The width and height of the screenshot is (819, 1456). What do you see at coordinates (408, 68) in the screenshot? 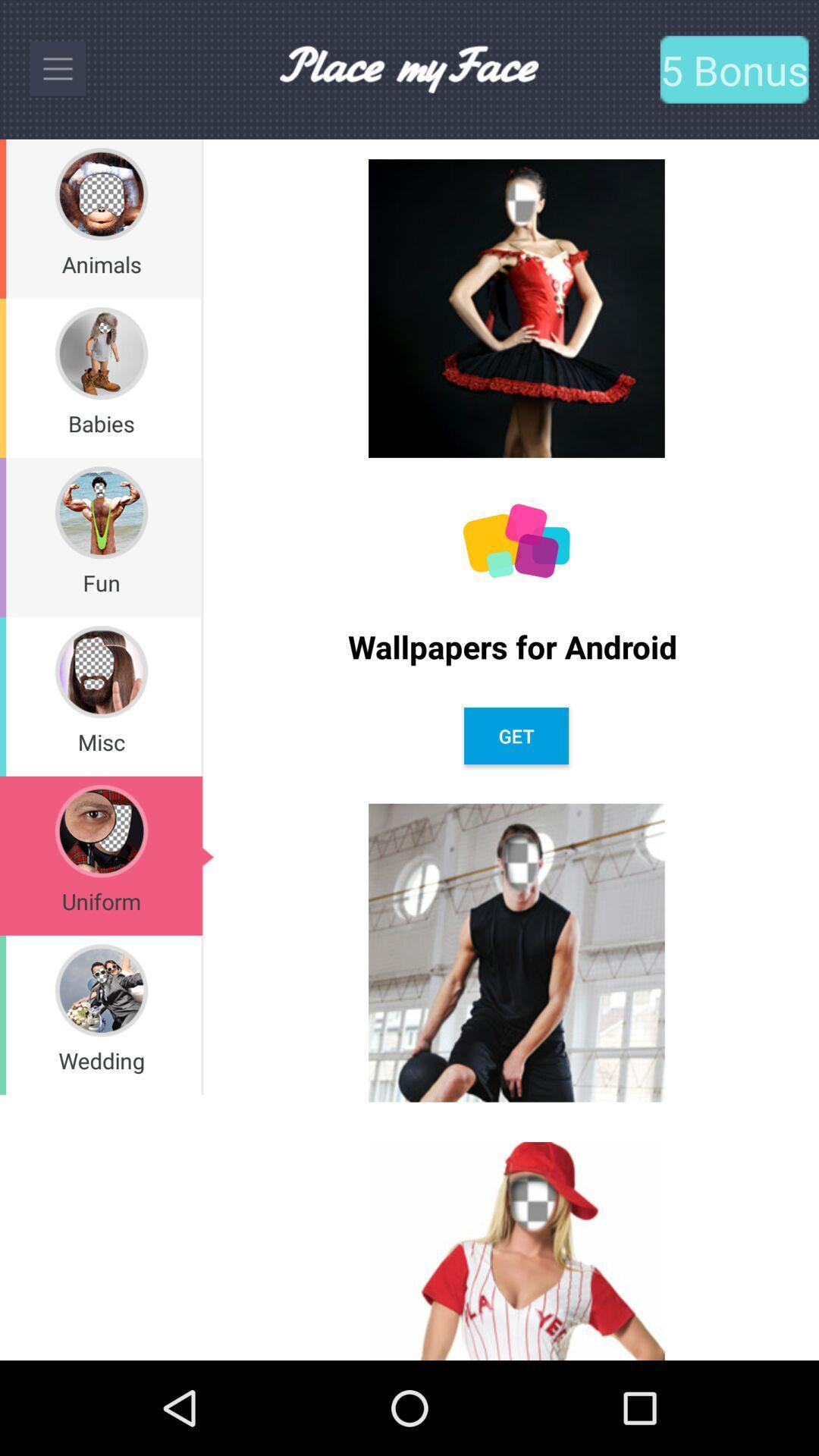
I see `tag the logo mentioned at center top of the page` at bounding box center [408, 68].